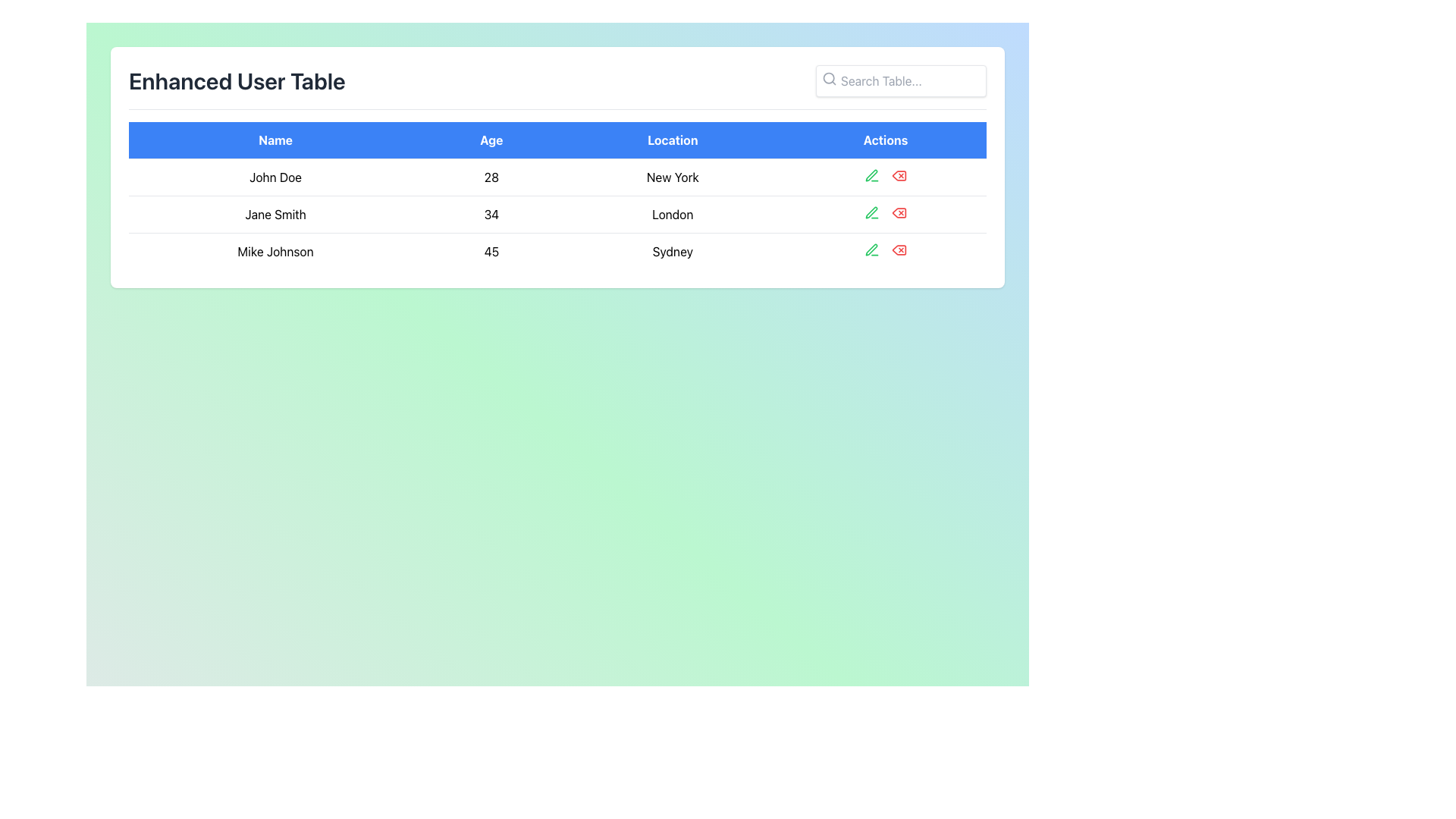  What do you see at coordinates (275, 140) in the screenshot?
I see `the Table Header element labeled 'Name', which is a blue rectangular area with white text, located at the leftmost part of the column headers in the table layout` at bounding box center [275, 140].